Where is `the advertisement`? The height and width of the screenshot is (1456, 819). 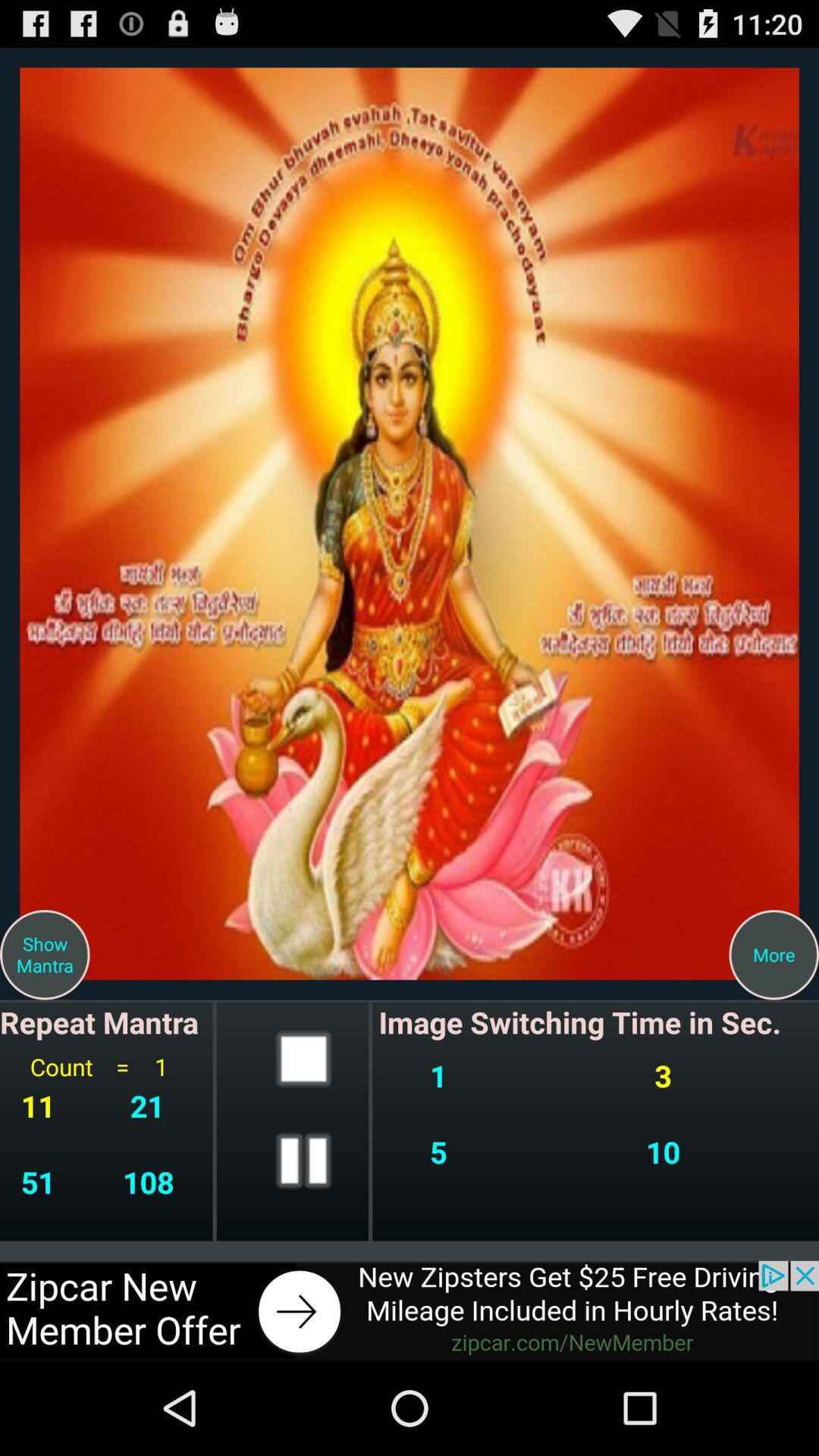 the advertisement is located at coordinates (409, 1310).